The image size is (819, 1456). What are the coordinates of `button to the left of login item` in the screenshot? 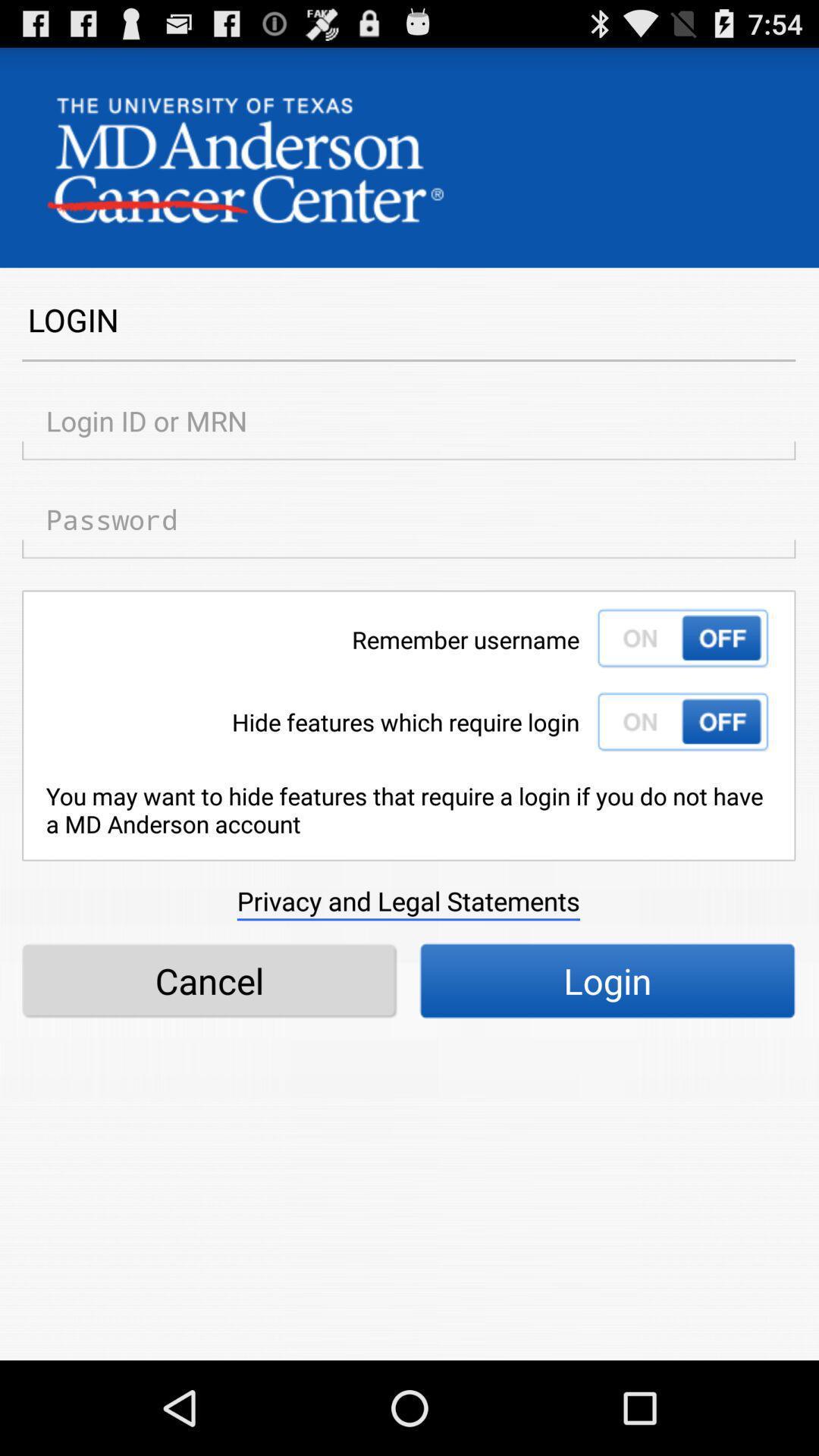 It's located at (209, 981).